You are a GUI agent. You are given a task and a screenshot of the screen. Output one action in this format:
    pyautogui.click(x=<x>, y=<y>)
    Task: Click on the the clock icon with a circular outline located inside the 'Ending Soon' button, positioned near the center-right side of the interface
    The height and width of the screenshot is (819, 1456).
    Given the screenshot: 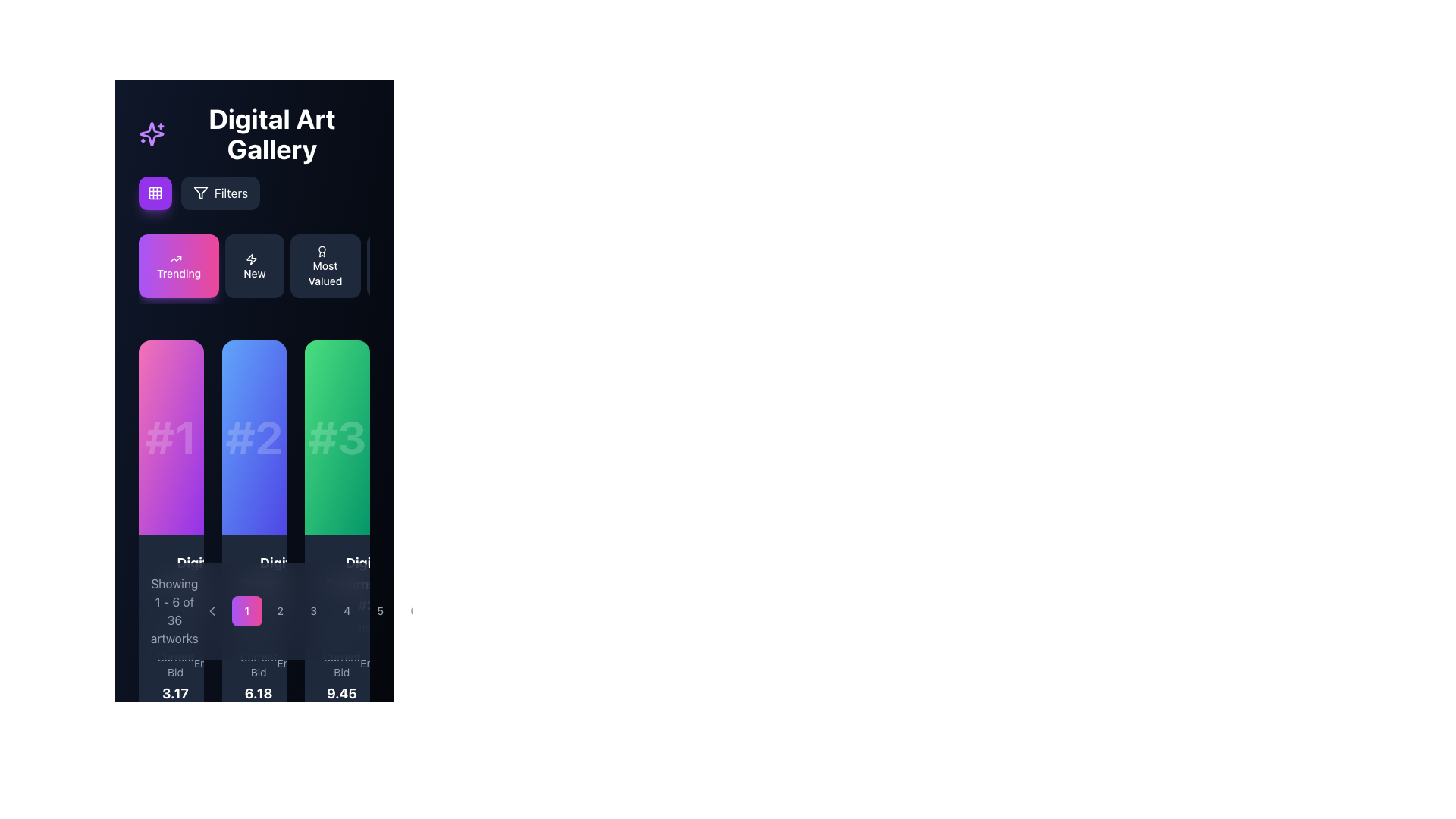 What is the action you would take?
    pyautogui.click(x=399, y=251)
    